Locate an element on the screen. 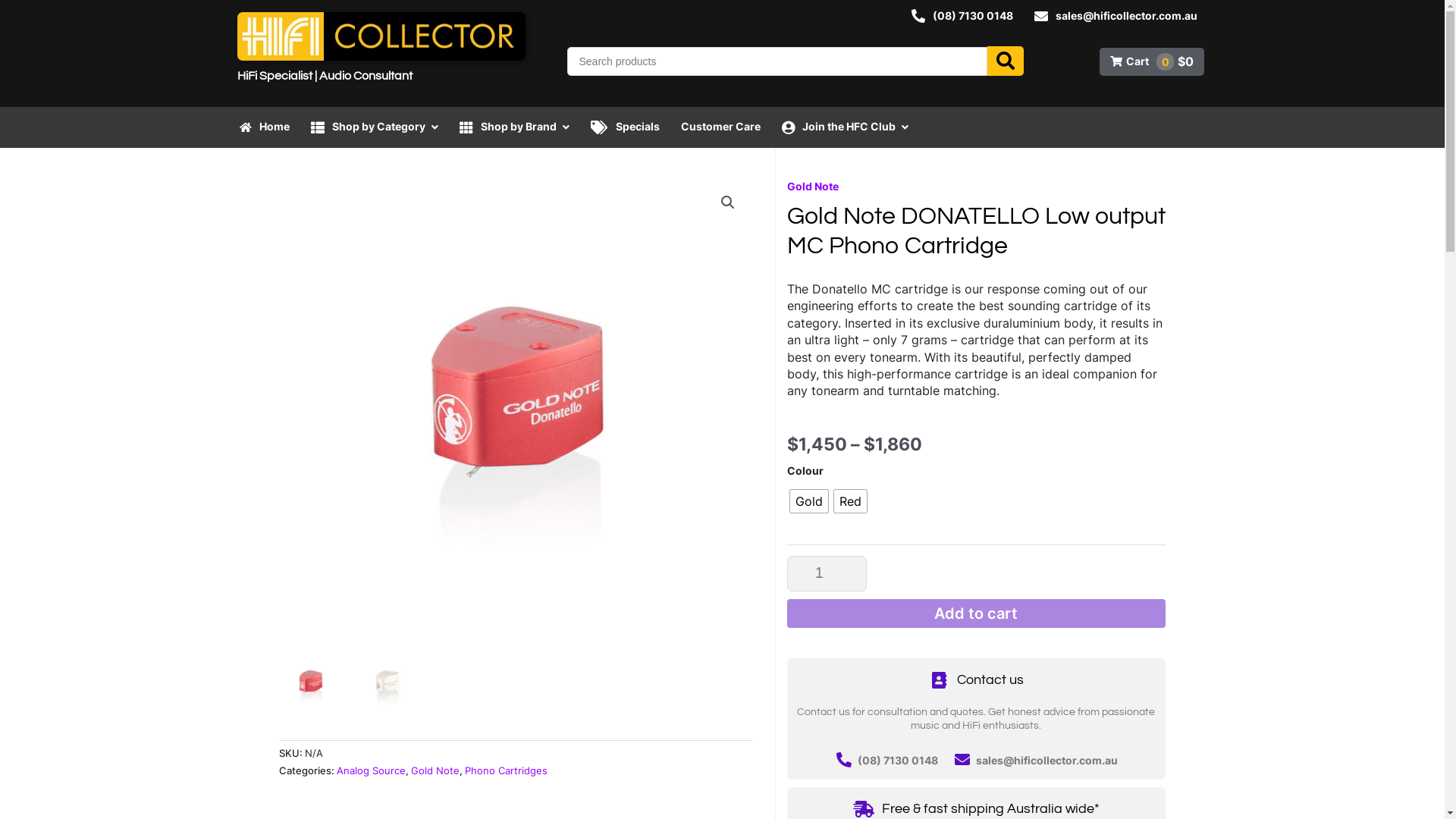  'Phono Cartridges' is located at coordinates (505, 770).